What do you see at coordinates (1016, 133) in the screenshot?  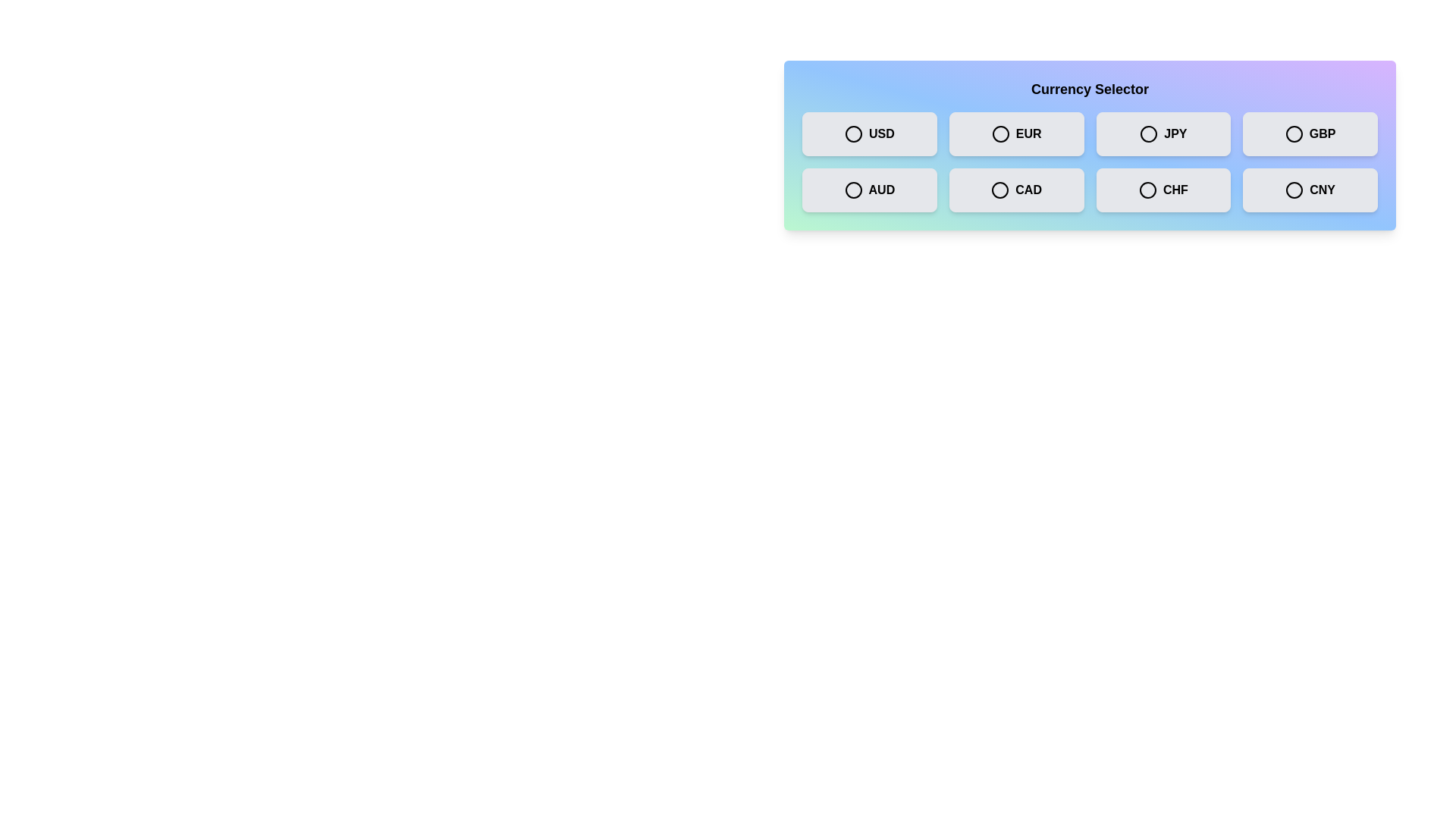 I see `the currency EUR by clicking on its respective button` at bounding box center [1016, 133].